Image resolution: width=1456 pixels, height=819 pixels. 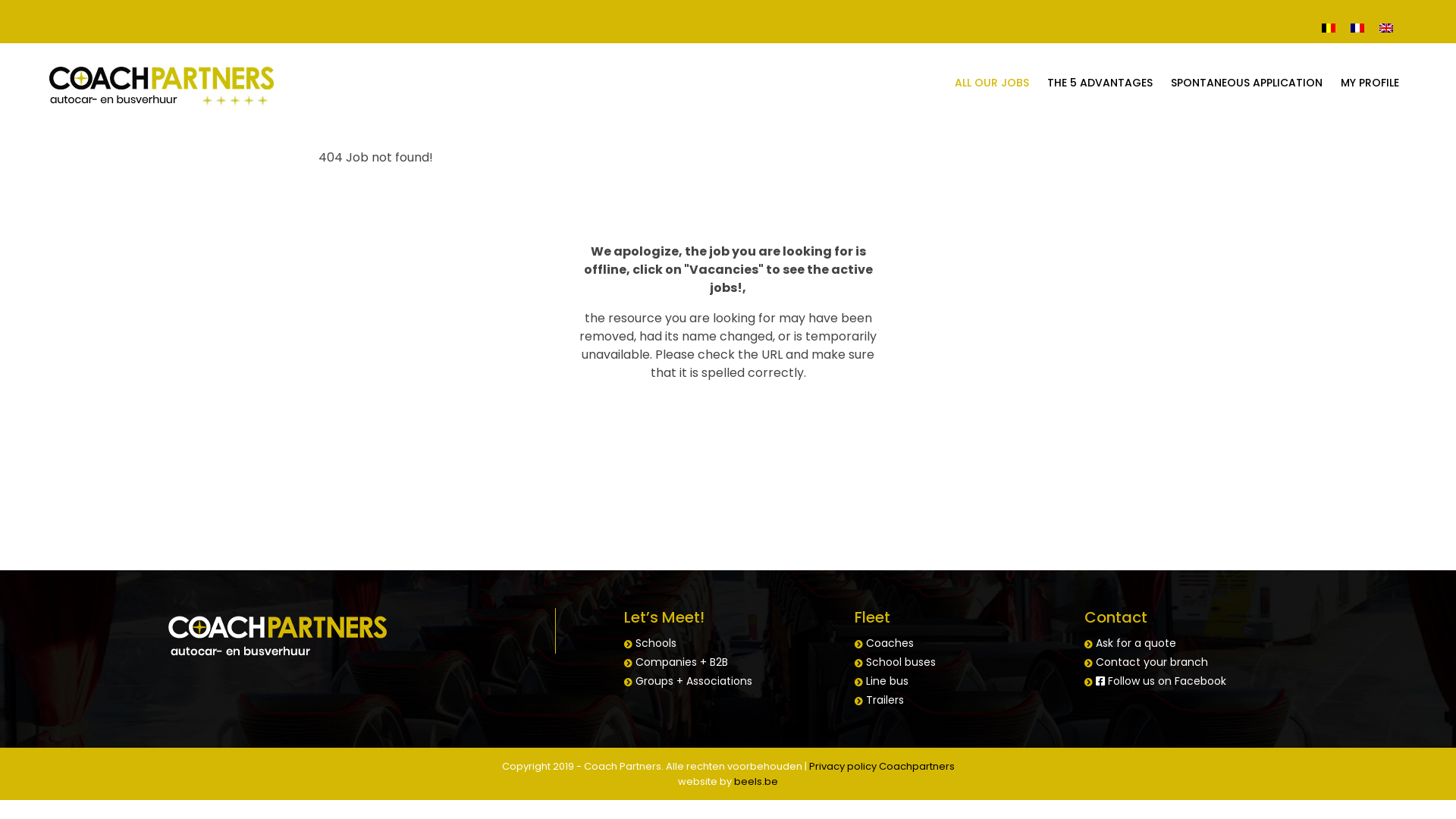 What do you see at coordinates (1343, 27) in the screenshot?
I see `'French'` at bounding box center [1343, 27].